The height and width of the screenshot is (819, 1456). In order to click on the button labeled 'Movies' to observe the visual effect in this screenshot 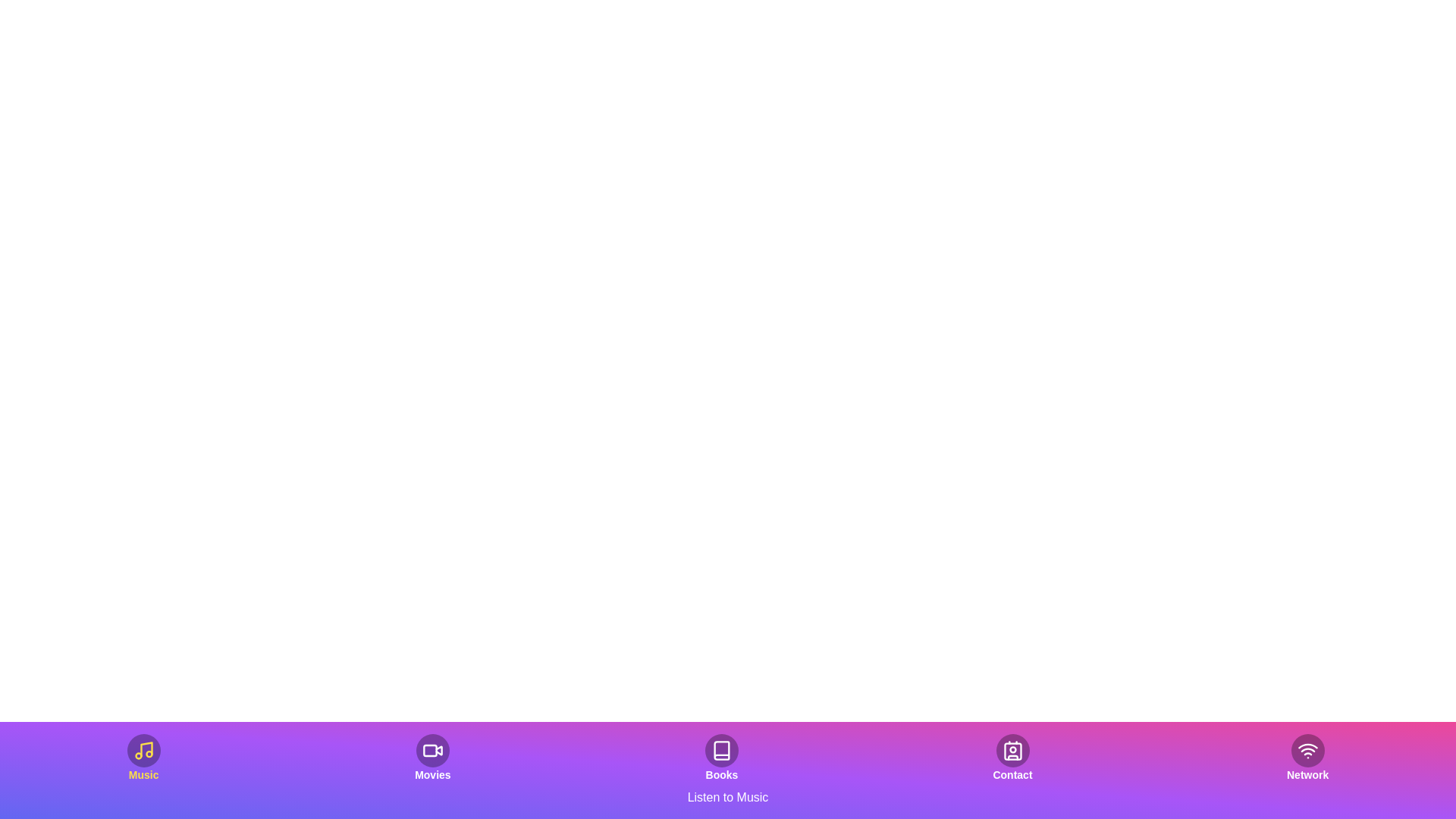, I will do `click(431, 758)`.